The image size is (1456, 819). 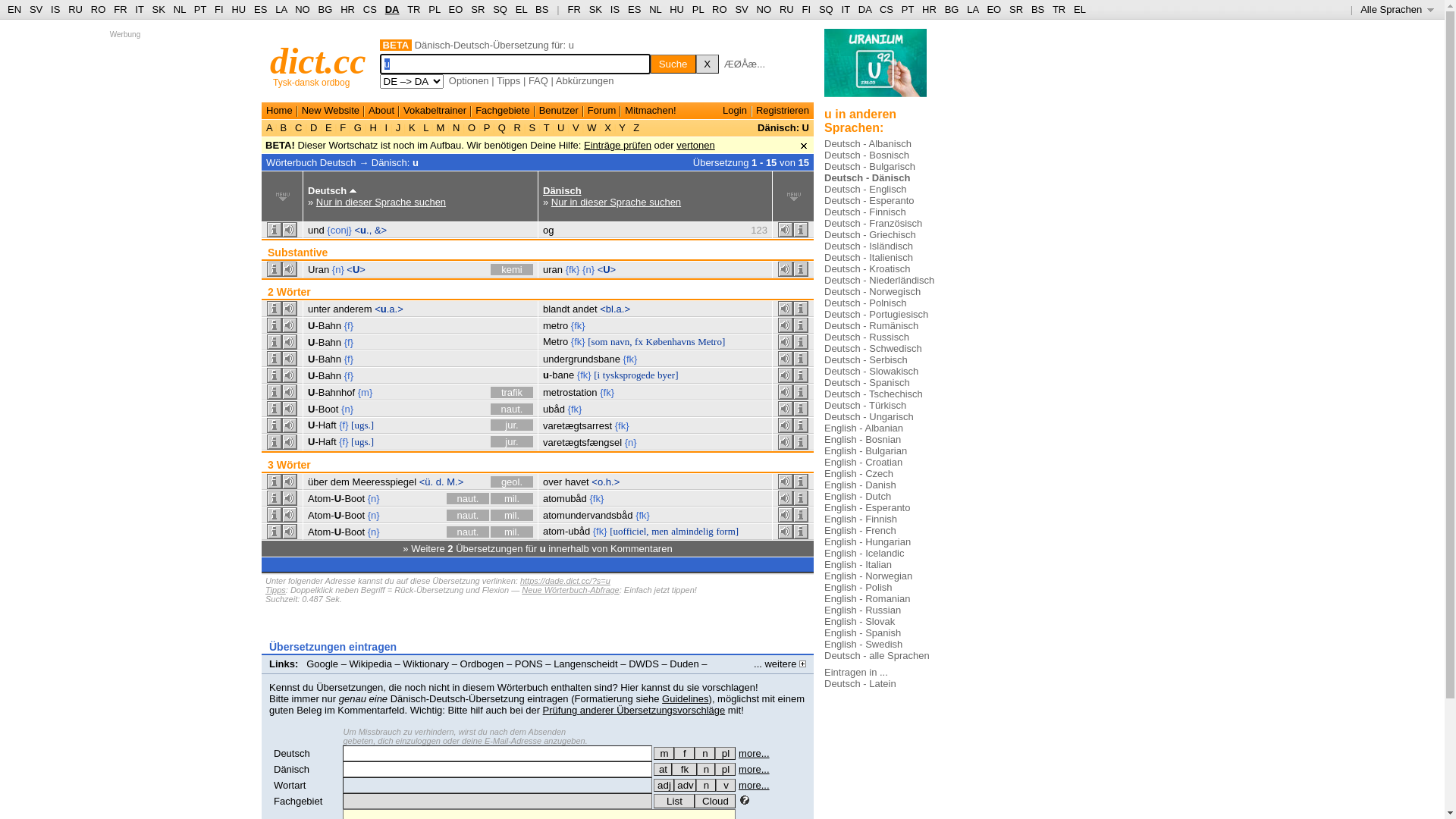 I want to click on 'English - Finnish', so click(x=860, y=518).